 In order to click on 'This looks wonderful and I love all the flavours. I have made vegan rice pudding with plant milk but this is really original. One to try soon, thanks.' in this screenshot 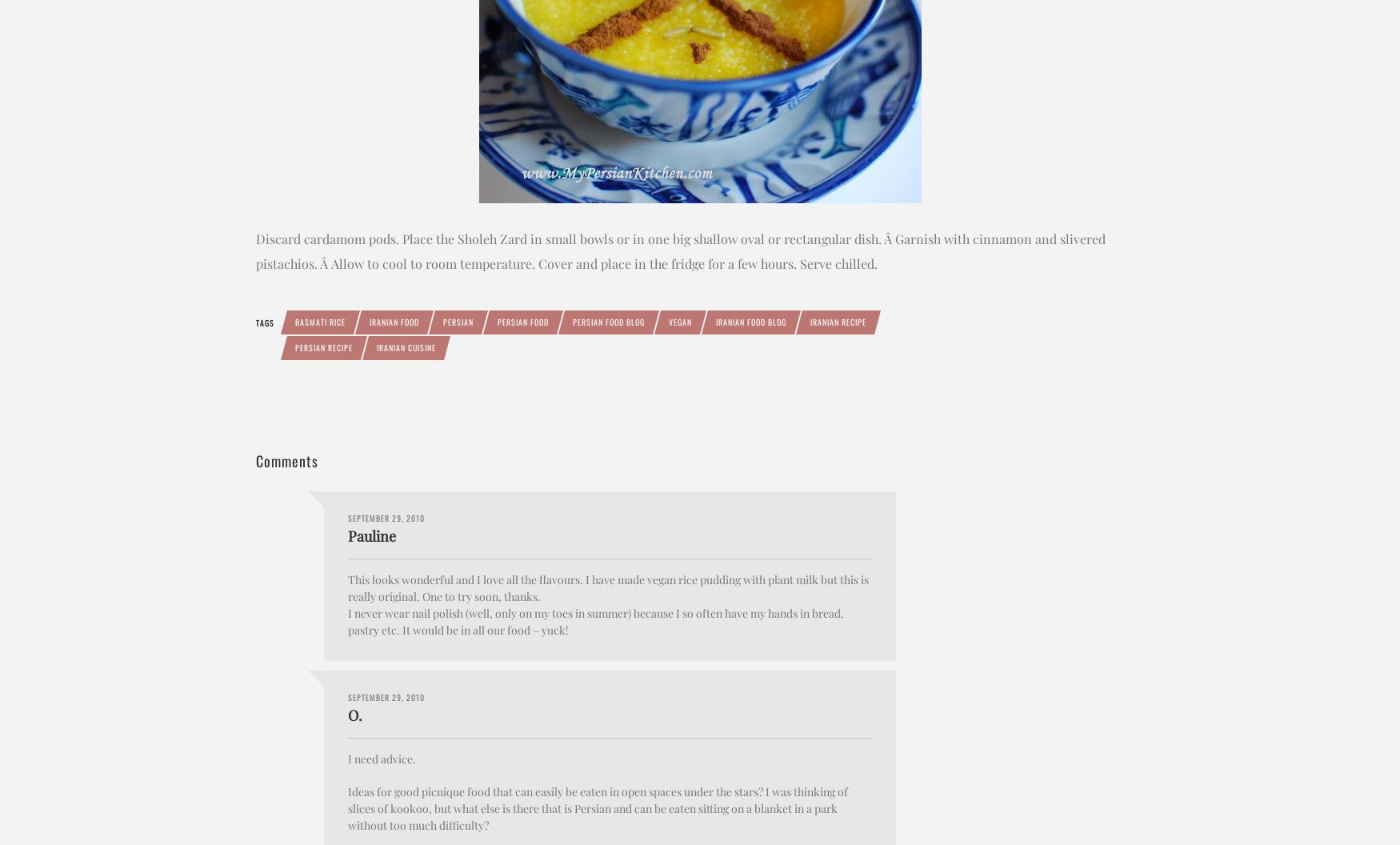, I will do `click(347, 587)`.